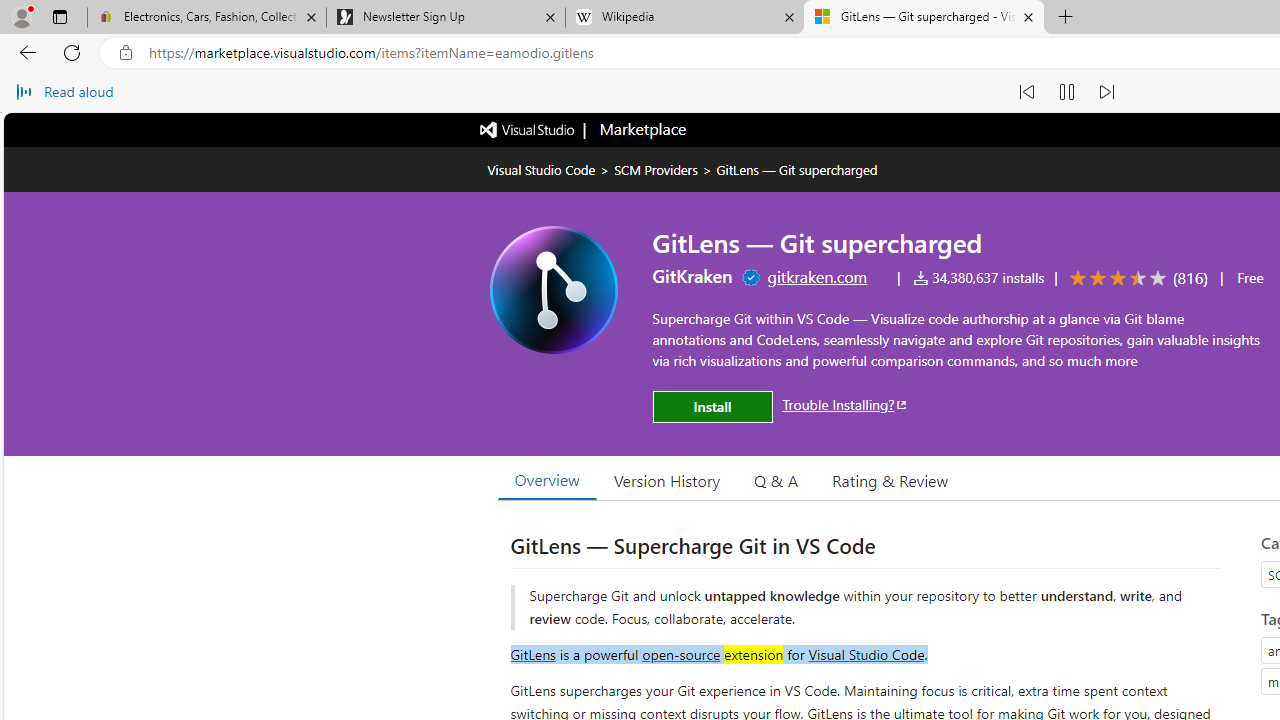  What do you see at coordinates (581, 129) in the screenshot?
I see `'Visual Studio logo Marketplace logo'` at bounding box center [581, 129].